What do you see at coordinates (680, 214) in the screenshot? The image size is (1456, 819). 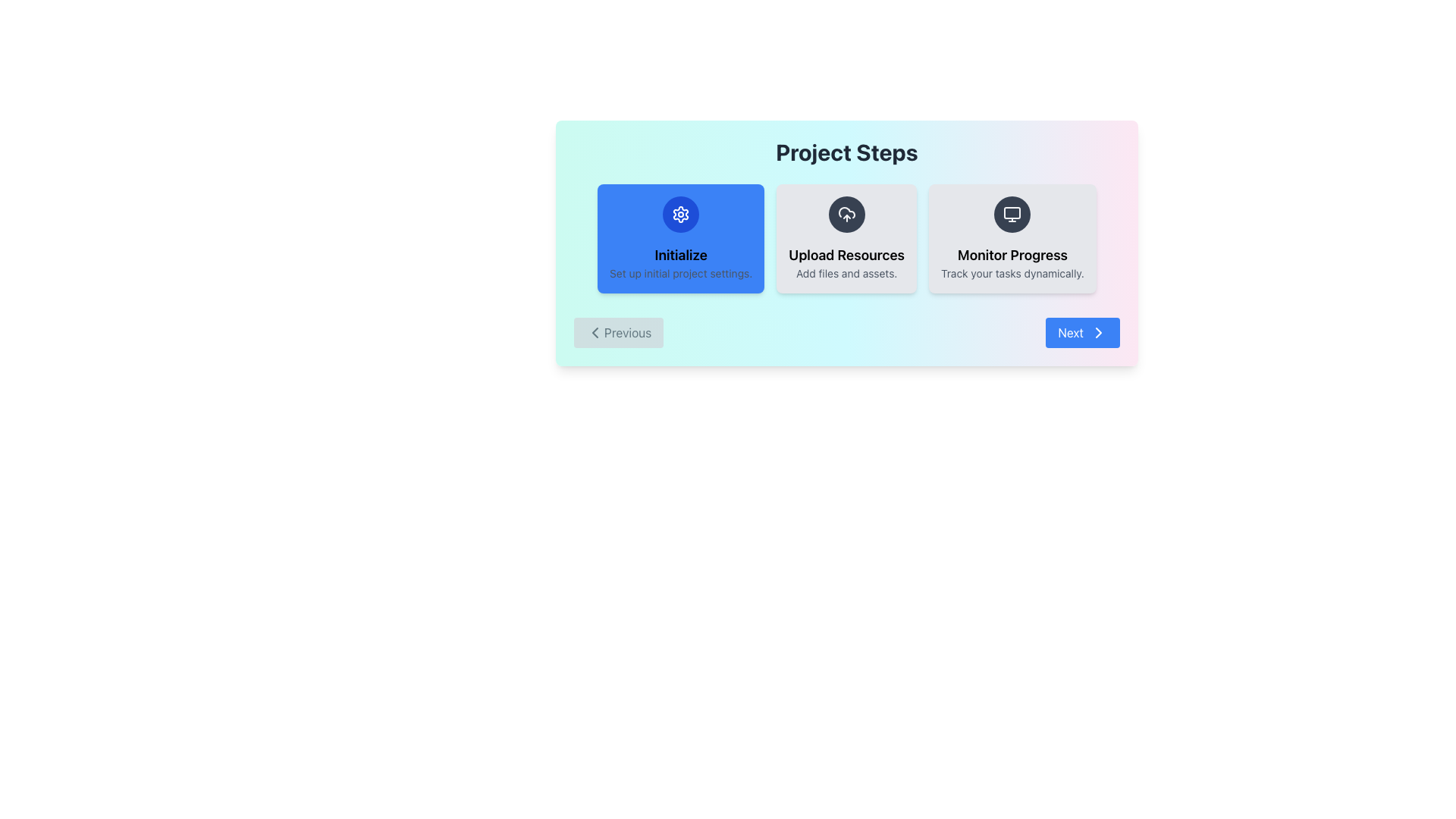 I see `the settings icon located at the top-center of the card labeled 'Initialize' in the 'Project Steps' panel` at bounding box center [680, 214].